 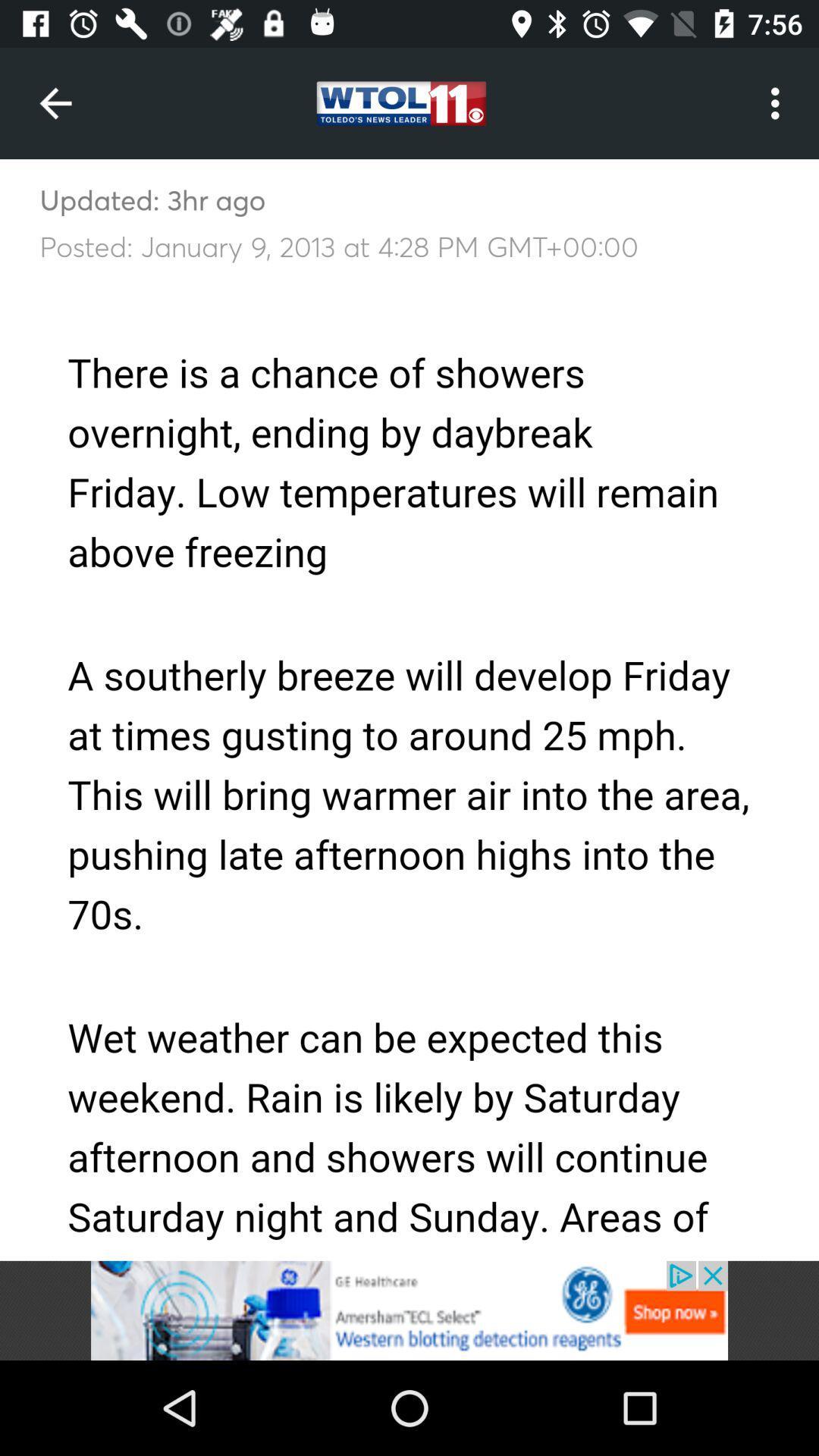 I want to click on open advertisement, so click(x=409, y=1310).